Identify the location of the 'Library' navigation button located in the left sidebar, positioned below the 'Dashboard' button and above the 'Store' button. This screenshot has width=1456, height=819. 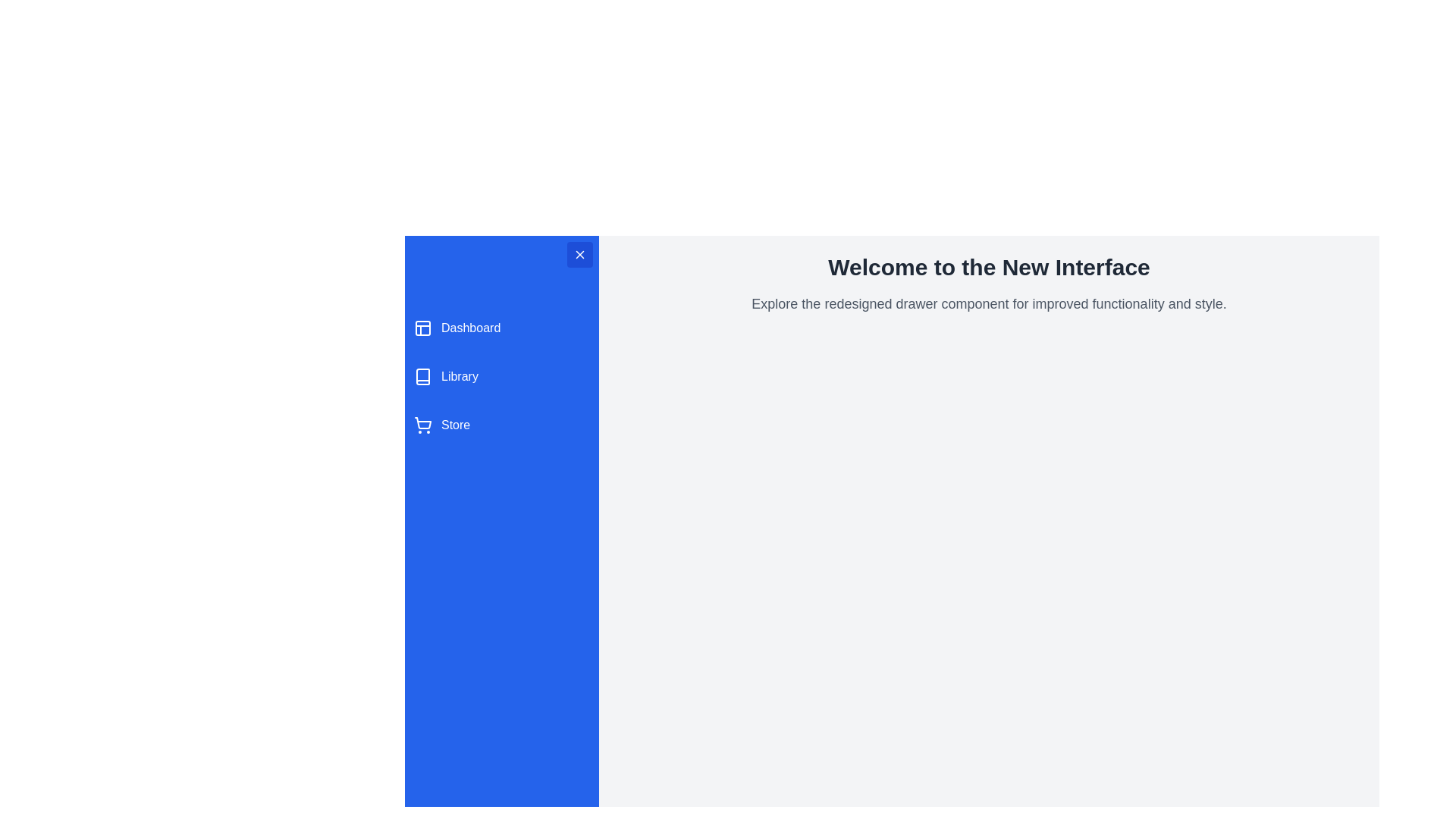
(502, 376).